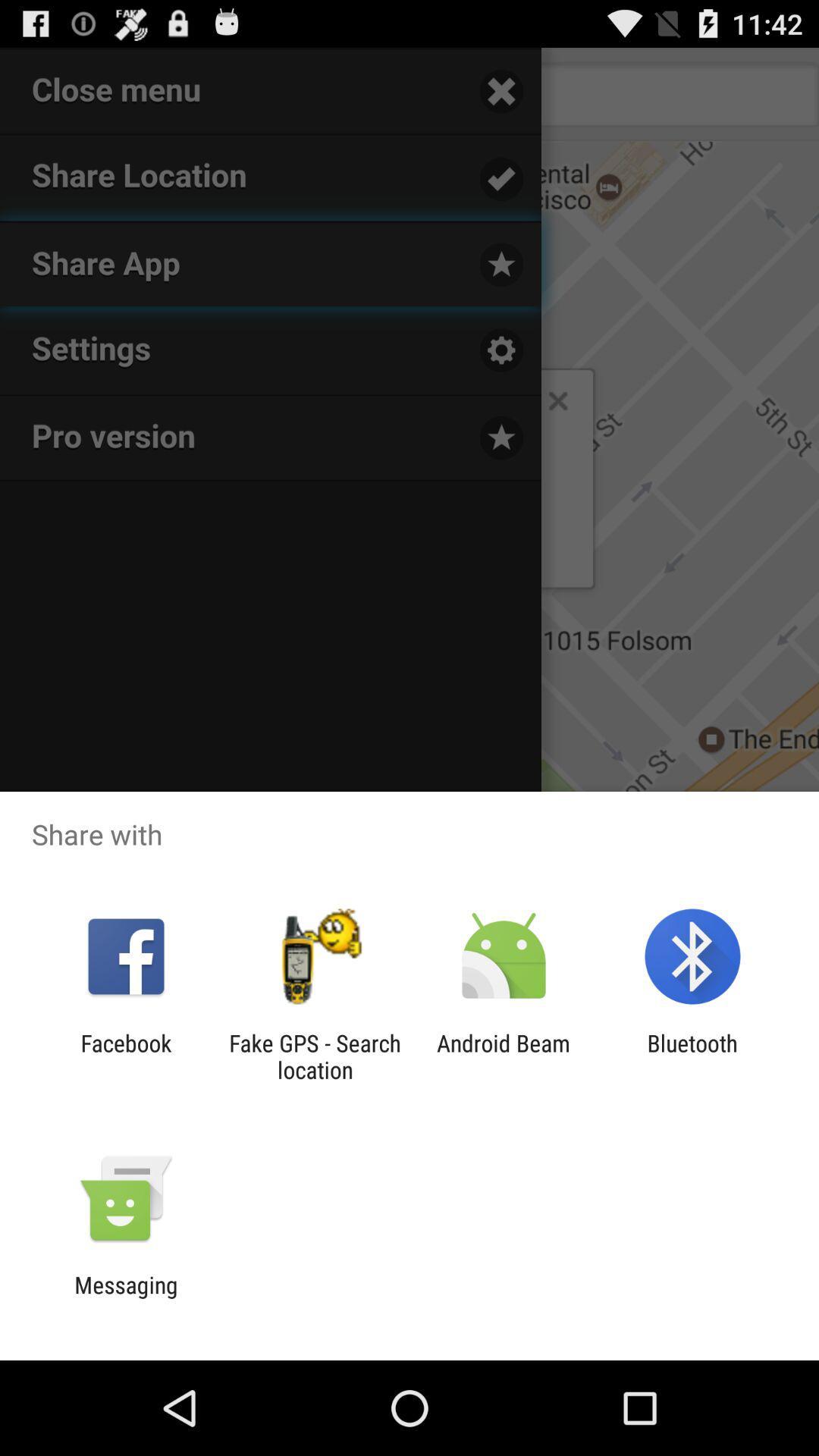 This screenshot has width=819, height=1456. What do you see at coordinates (692, 1056) in the screenshot?
I see `app to the right of android beam` at bounding box center [692, 1056].